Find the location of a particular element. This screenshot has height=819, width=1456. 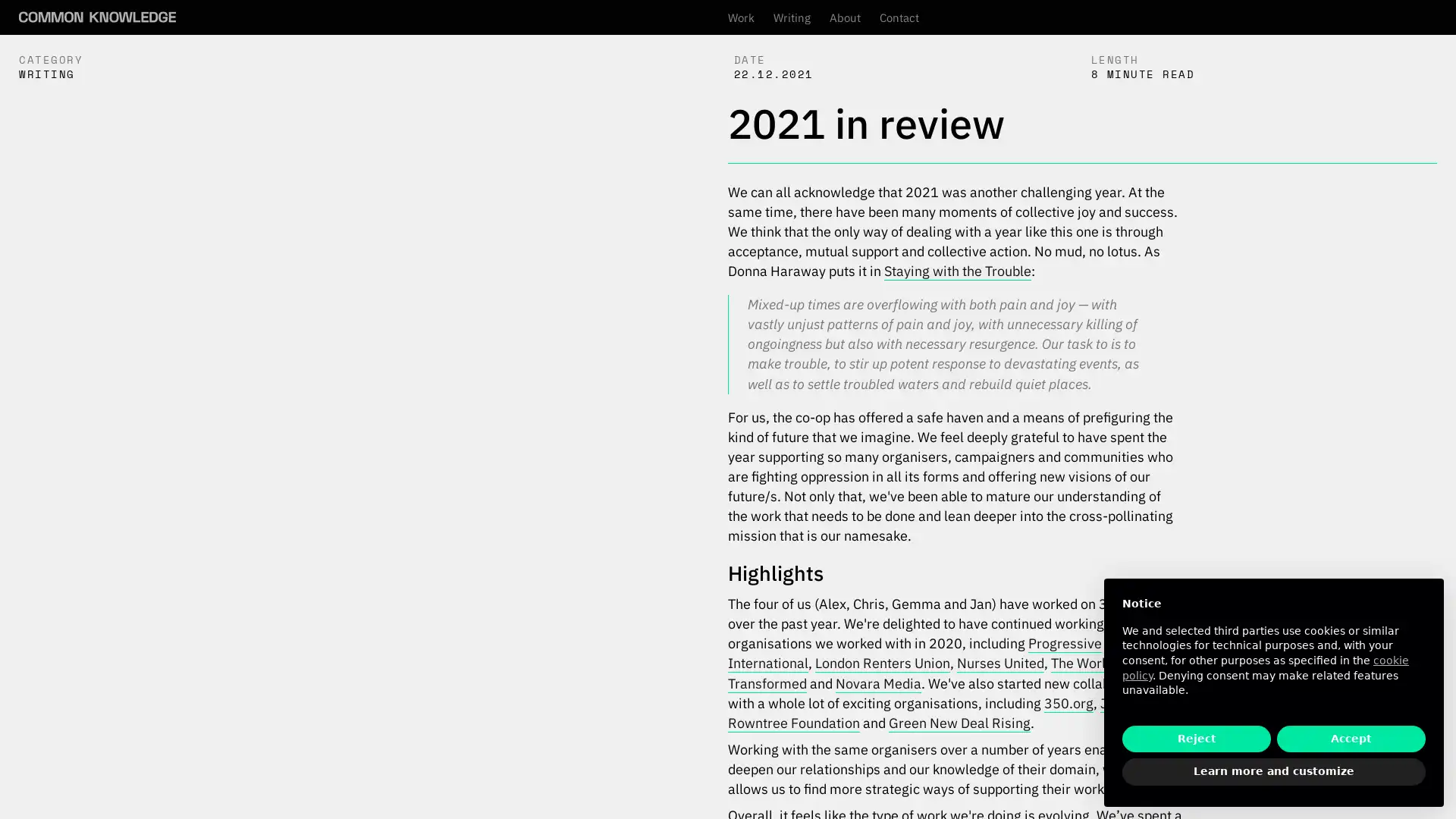

Learn more and customize is located at coordinates (1274, 772).